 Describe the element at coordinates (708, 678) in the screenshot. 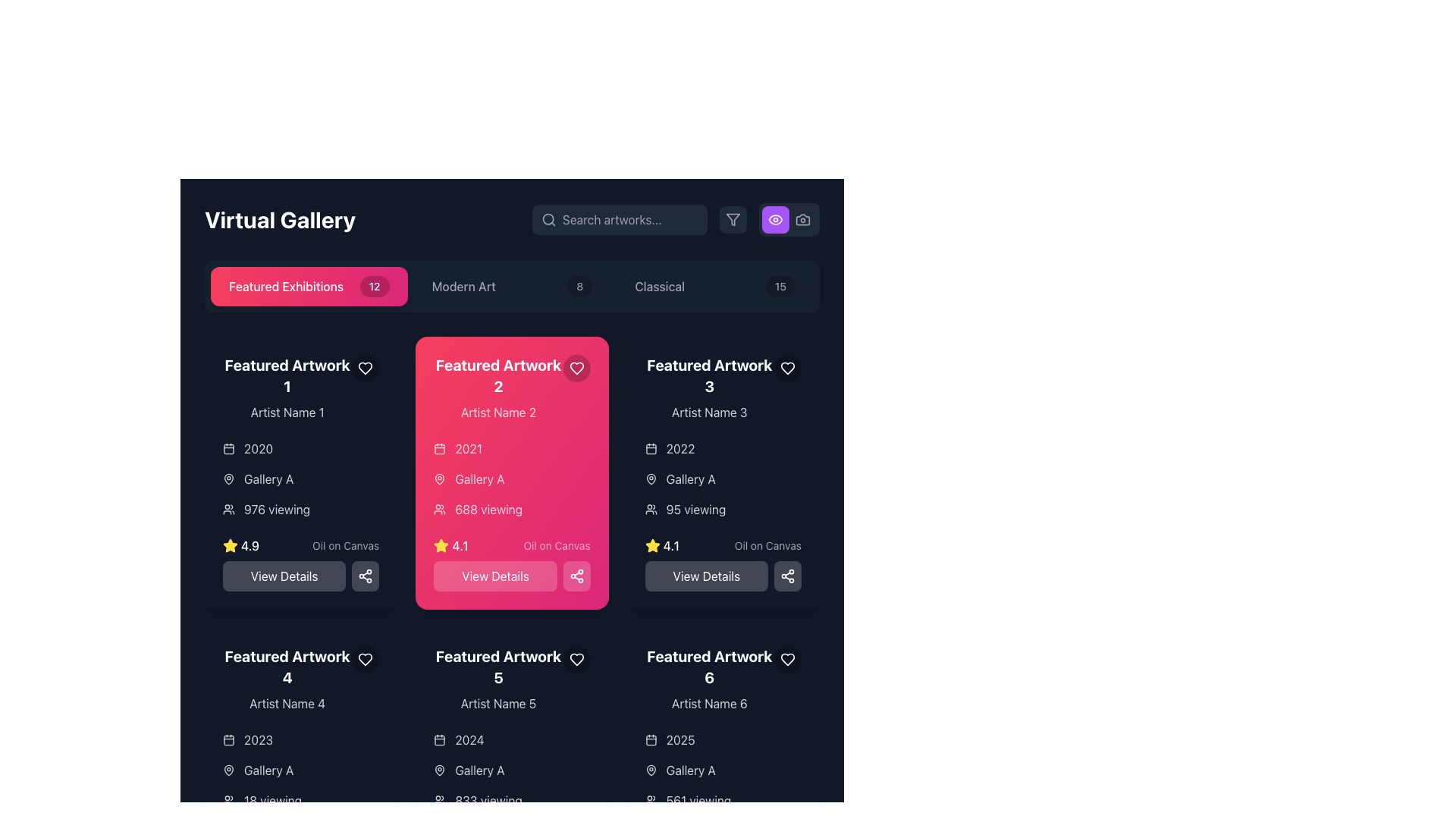

I see `the text label displaying the title and artist name of the featured artwork item located at the bottom-right of the grid in the gallery` at that location.